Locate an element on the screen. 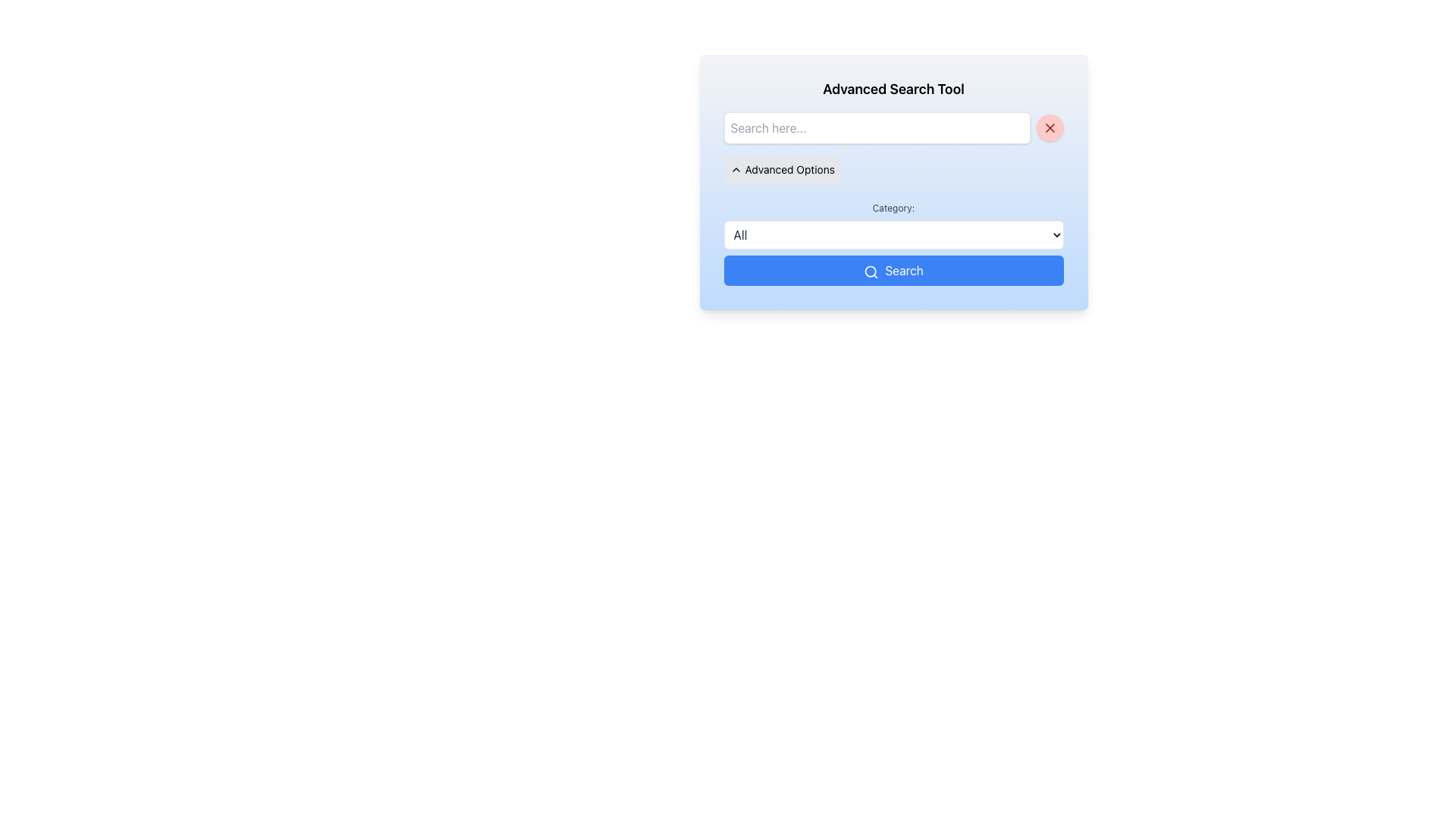  the prominent header text labeled 'Advanced Search Tool' that is styled with a bold font and located within a blue gradient background card is located at coordinates (893, 89).